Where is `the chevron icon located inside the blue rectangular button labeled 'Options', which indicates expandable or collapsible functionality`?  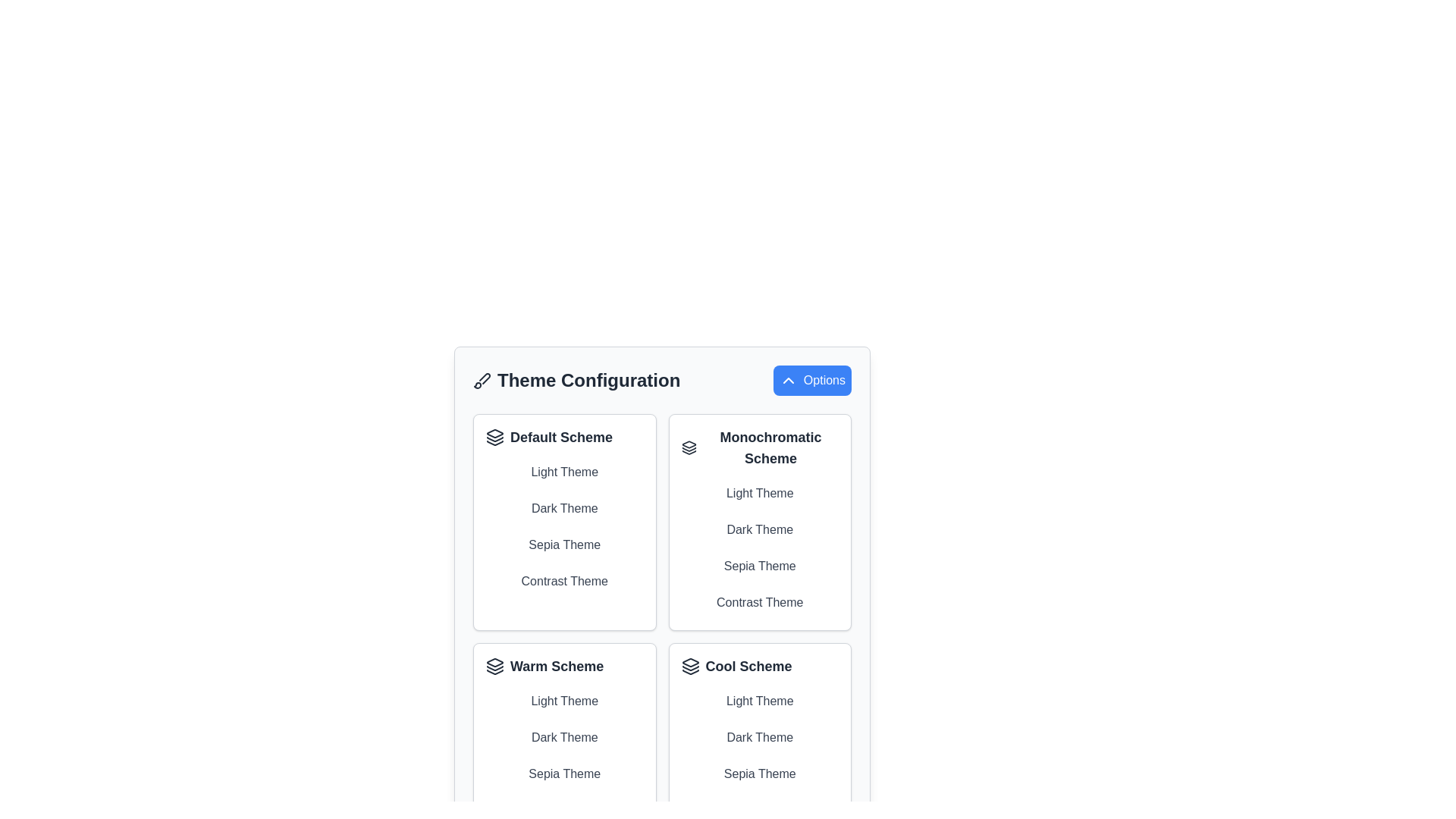 the chevron icon located inside the blue rectangular button labeled 'Options', which indicates expandable or collapsible functionality is located at coordinates (788, 379).